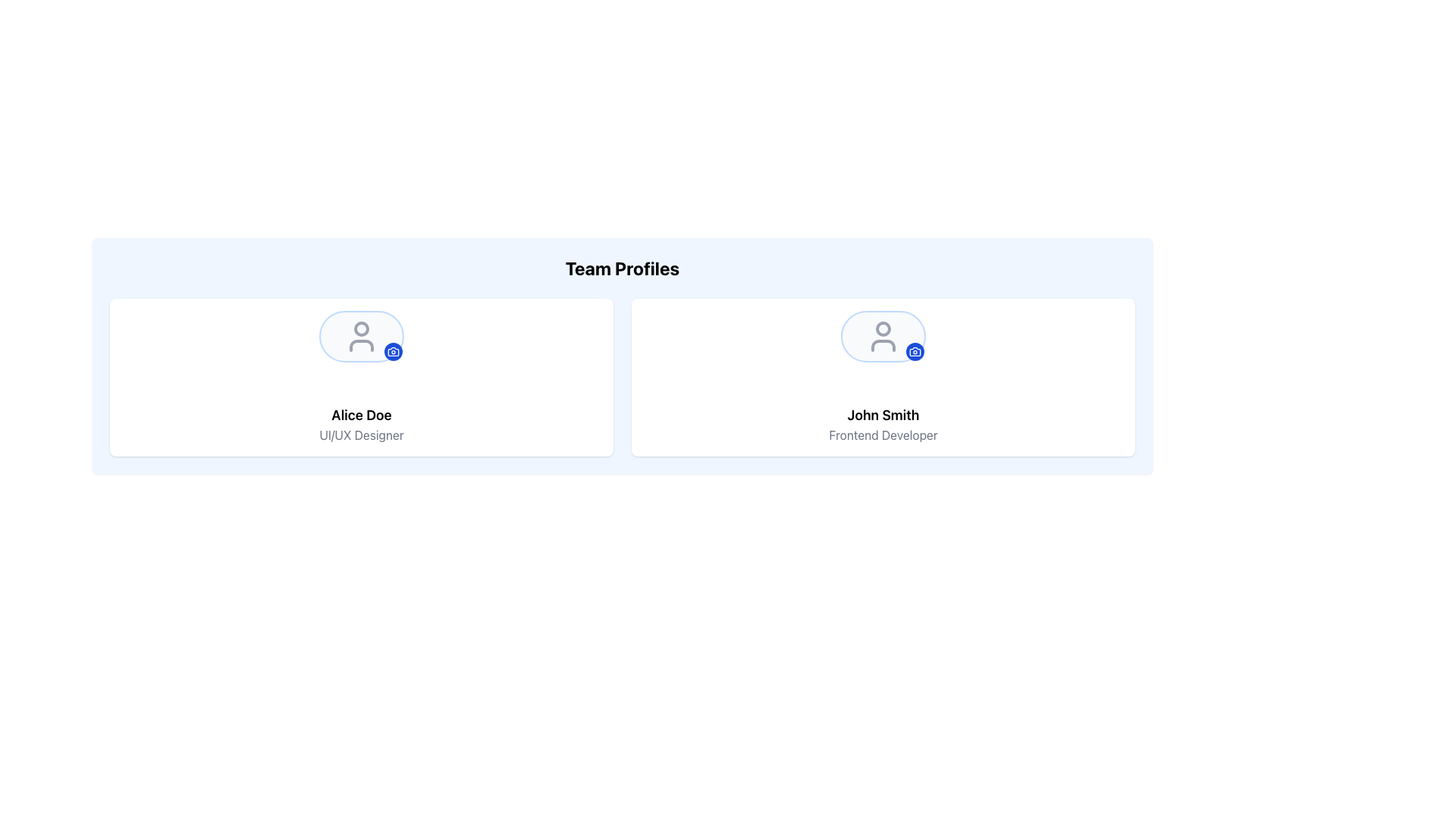 Image resolution: width=1456 pixels, height=819 pixels. What do you see at coordinates (914, 351) in the screenshot?
I see `the camera icon located in the profile block of John Smith, near the top-right corner of his profile picture` at bounding box center [914, 351].